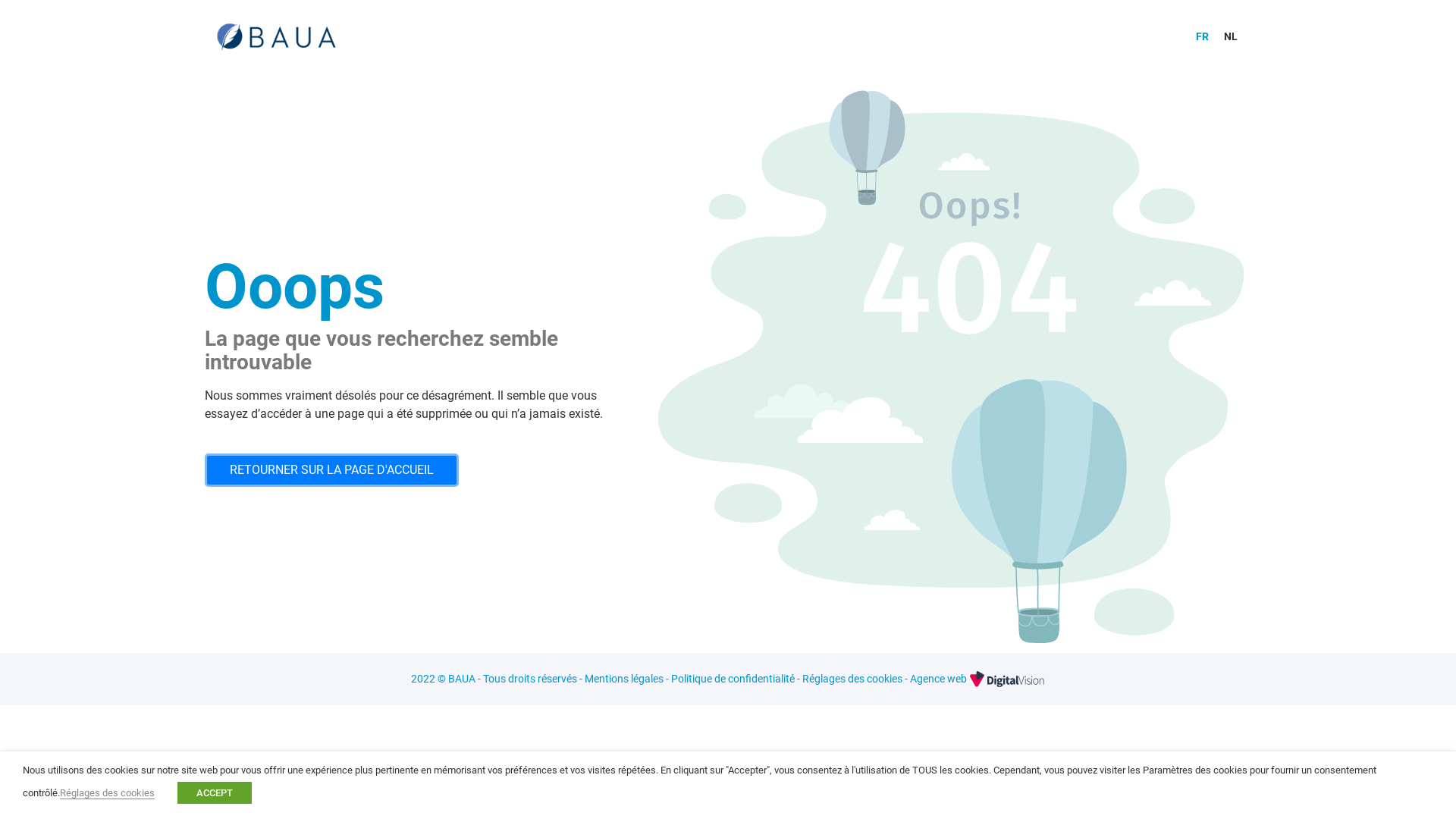 This screenshot has height=819, width=1456. Describe the element at coordinates (1230, 35) in the screenshot. I see `'NL'` at that location.